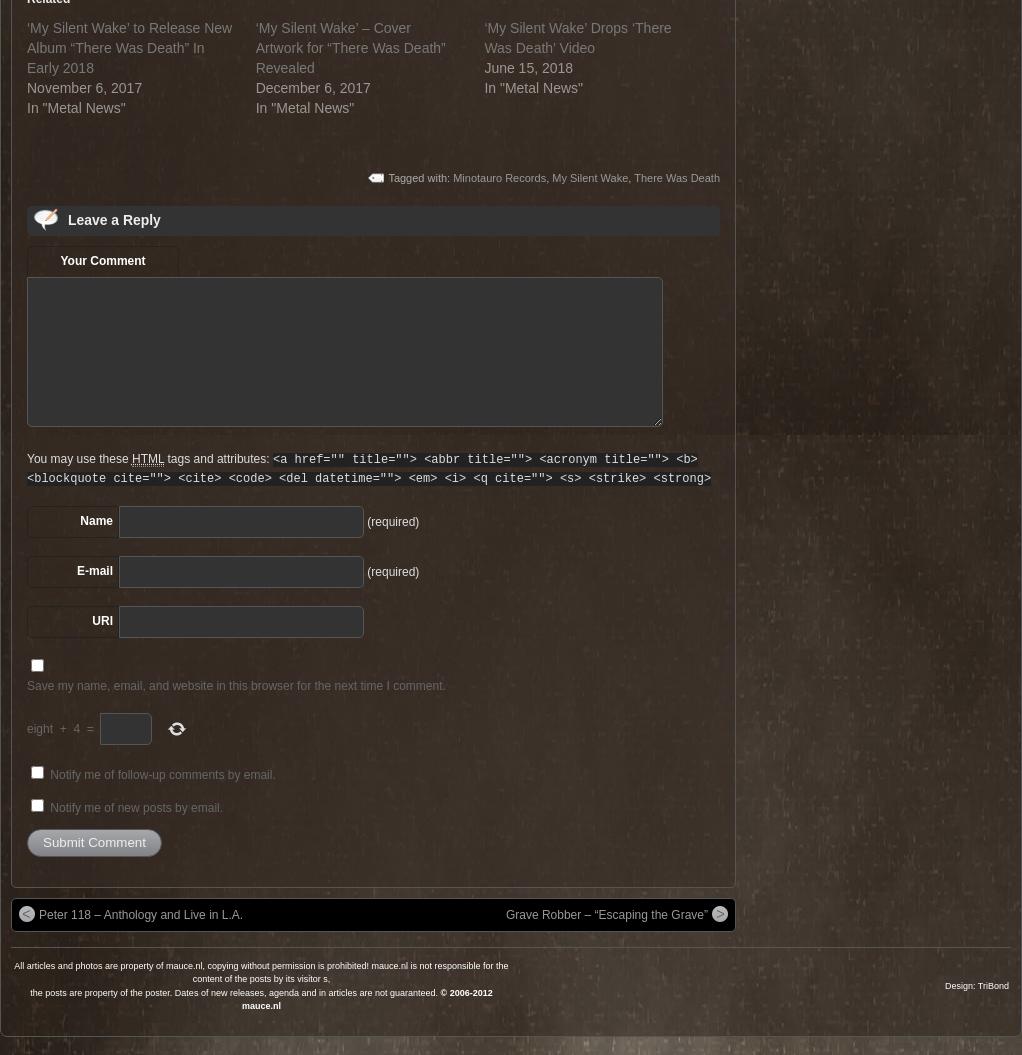 This screenshot has width=1022, height=1055. I want to click on 'Your Comment', so click(101, 259).